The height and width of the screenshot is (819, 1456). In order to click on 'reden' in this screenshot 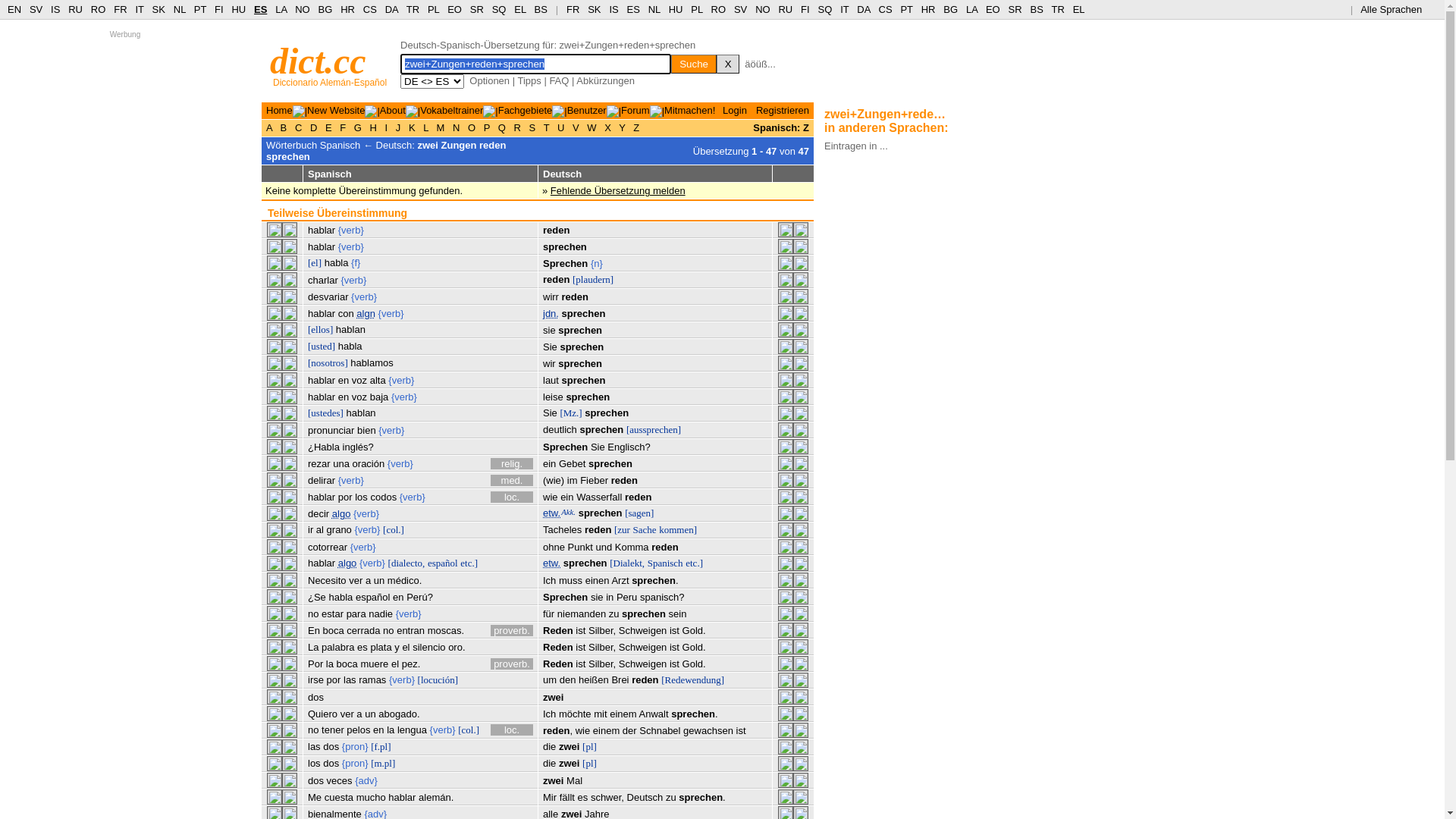, I will do `click(664, 547)`.